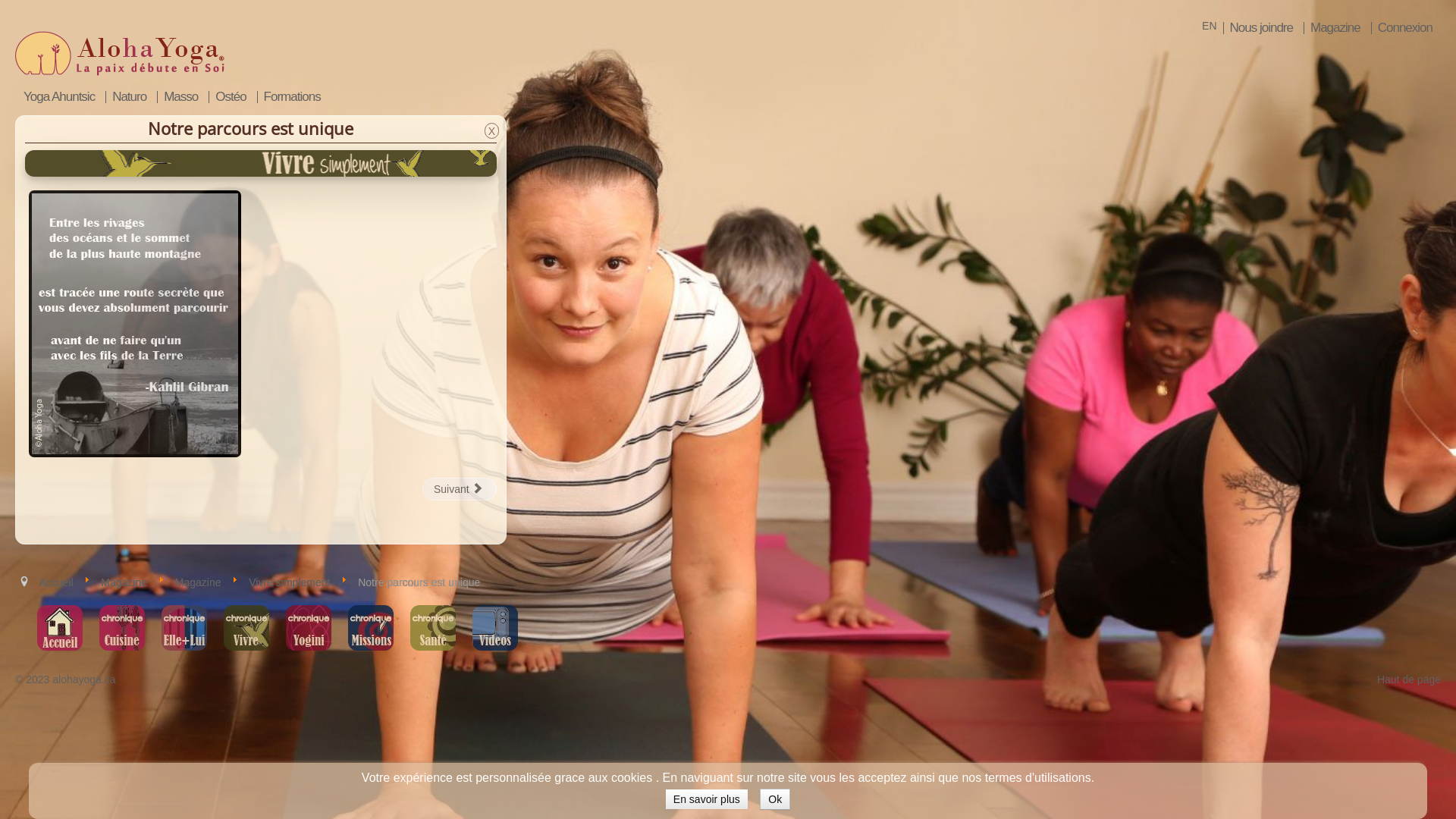 This screenshot has height=819, width=1456. Describe the element at coordinates (1407, 678) in the screenshot. I see `'Haut de page'` at that location.